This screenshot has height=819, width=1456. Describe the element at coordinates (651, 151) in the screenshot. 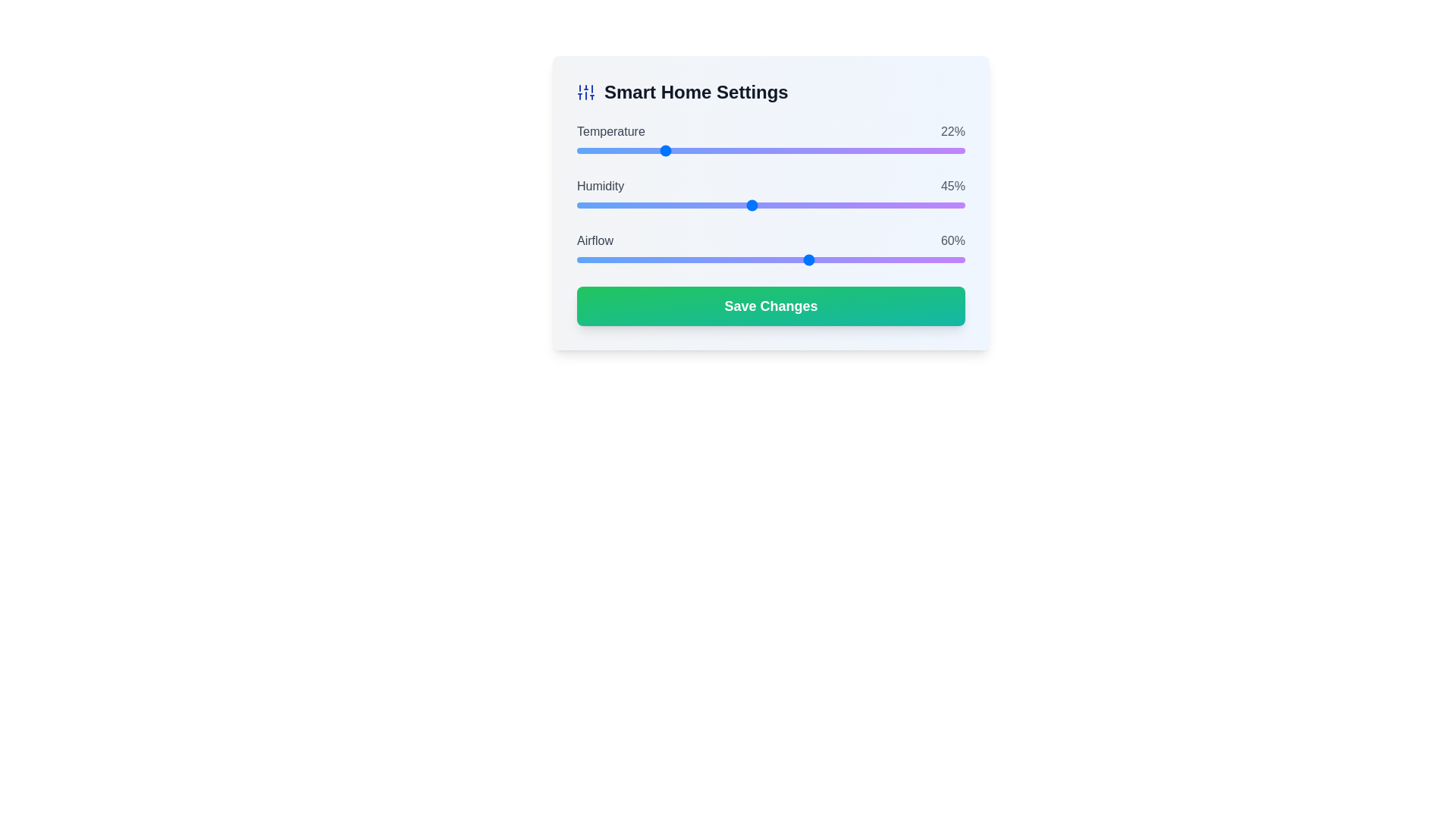

I see `temperature slider` at that location.